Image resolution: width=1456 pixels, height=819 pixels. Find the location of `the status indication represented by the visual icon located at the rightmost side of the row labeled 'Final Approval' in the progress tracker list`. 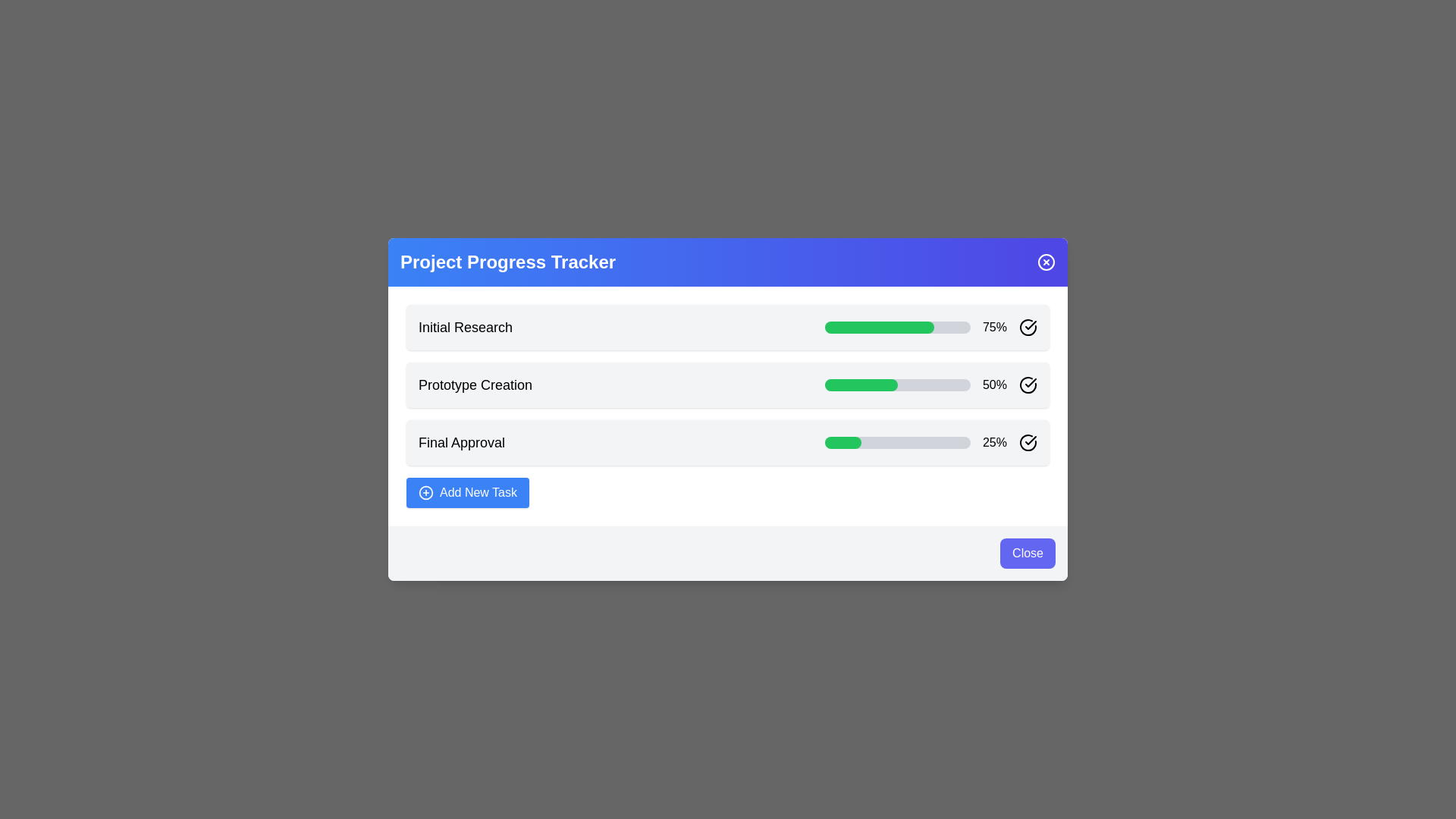

the status indication represented by the visual icon located at the rightmost side of the row labeled 'Final Approval' in the progress tracker list is located at coordinates (1028, 384).